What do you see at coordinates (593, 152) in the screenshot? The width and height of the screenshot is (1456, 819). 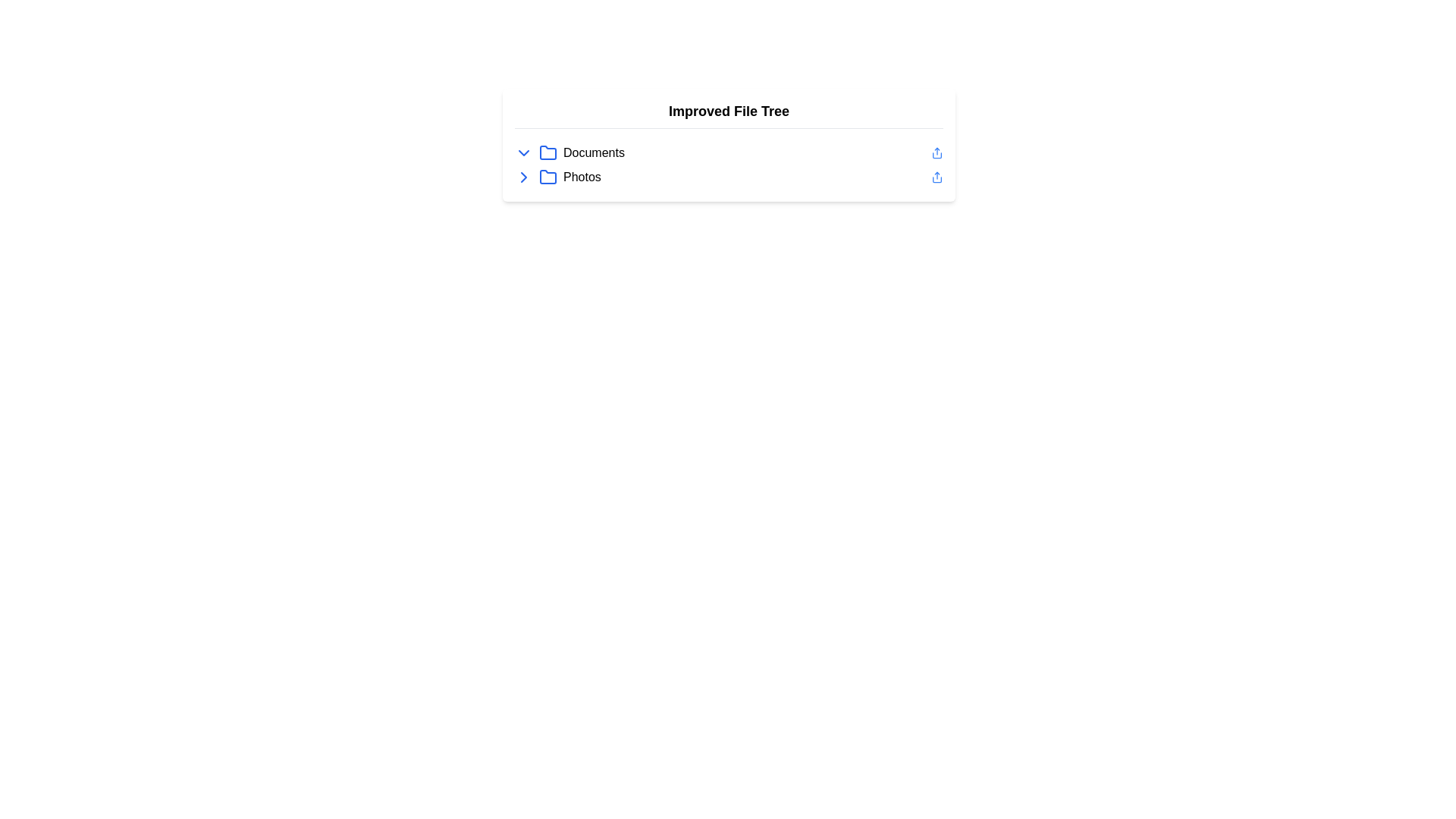 I see `the static text label 'Documents' to trigger tooltips or visual feedback` at bounding box center [593, 152].